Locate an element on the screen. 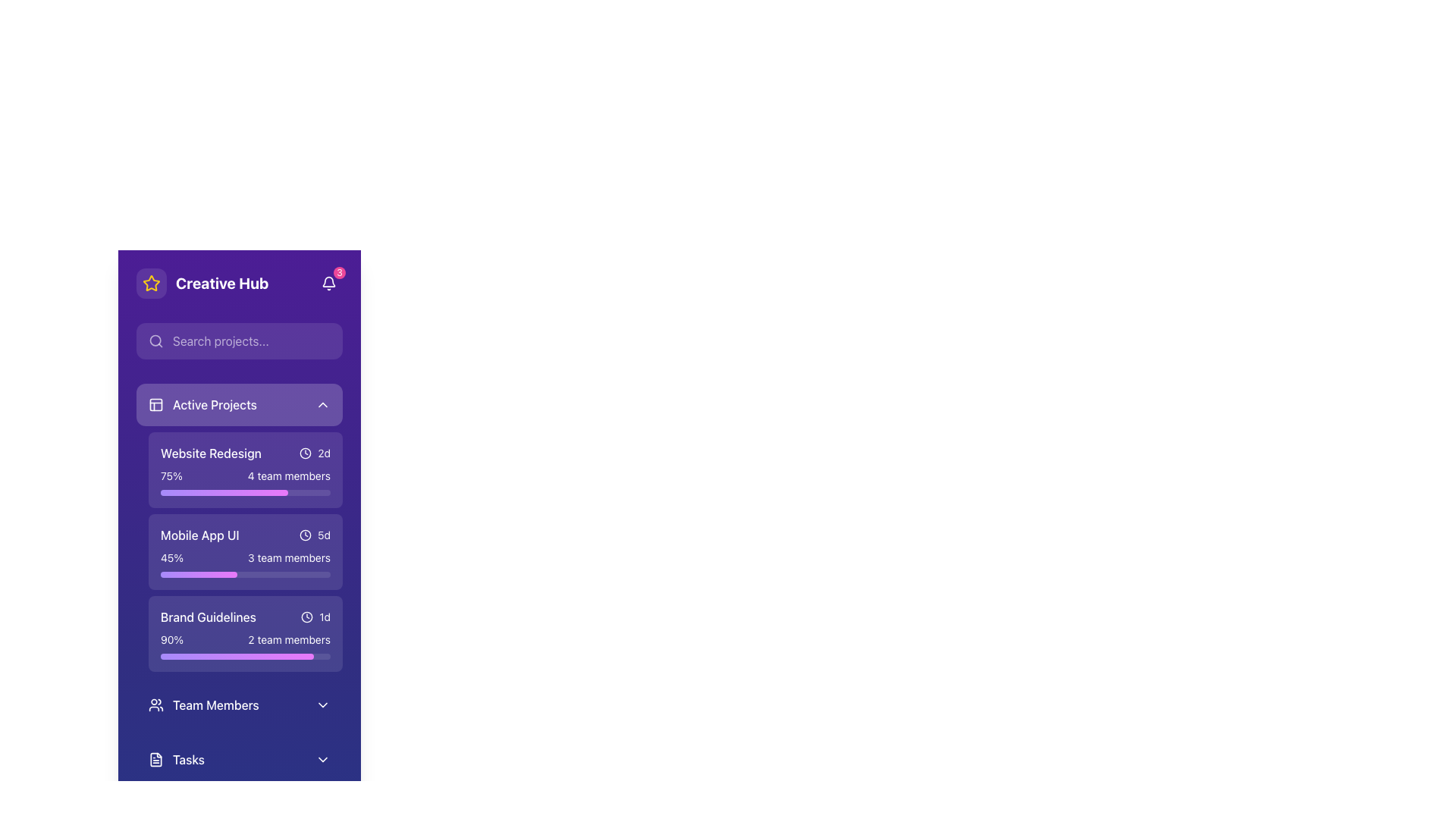  the progress bar is located at coordinates (289, 656).